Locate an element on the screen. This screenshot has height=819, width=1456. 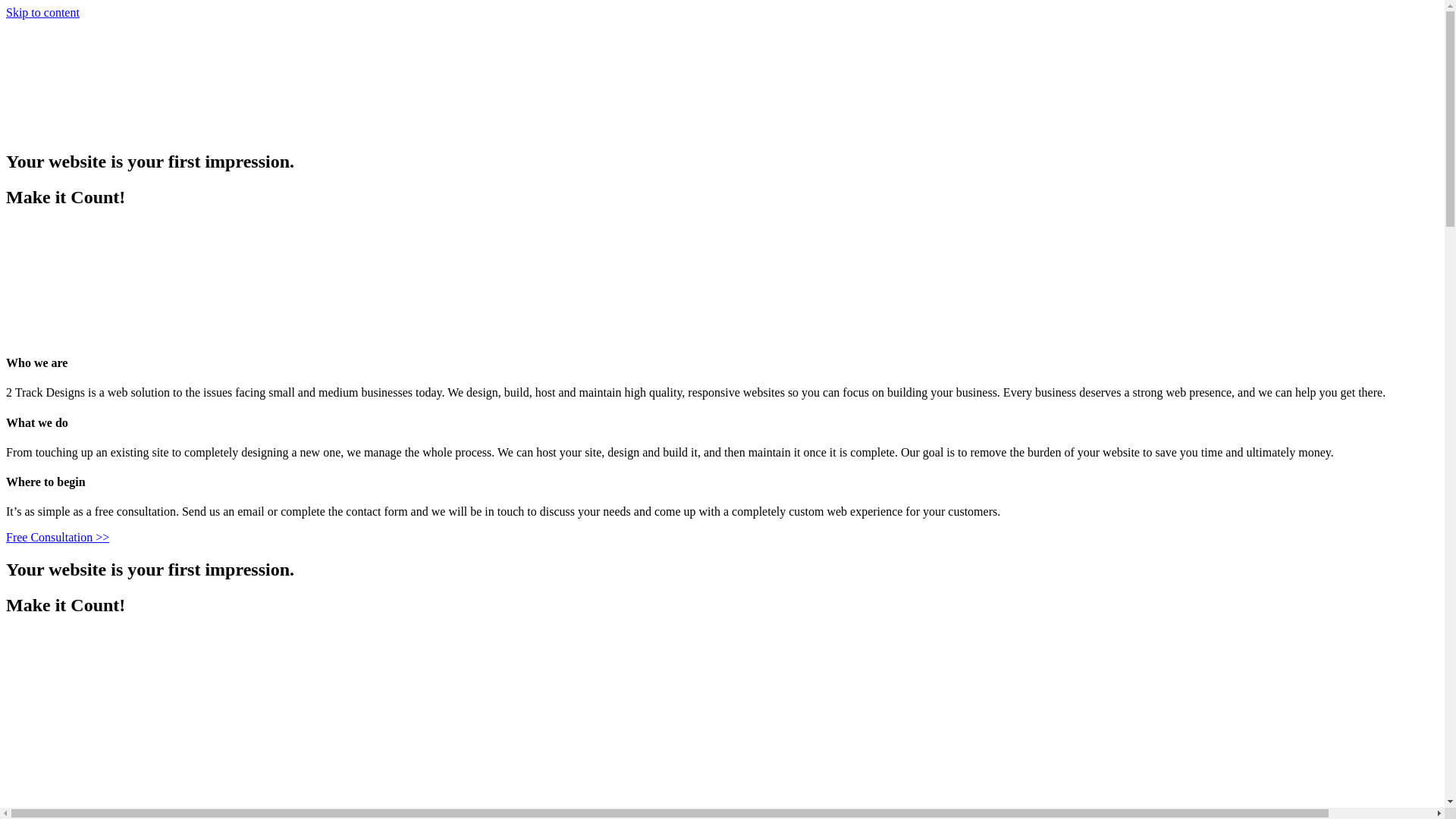
'Free Consultation >>' is located at coordinates (58, 536).